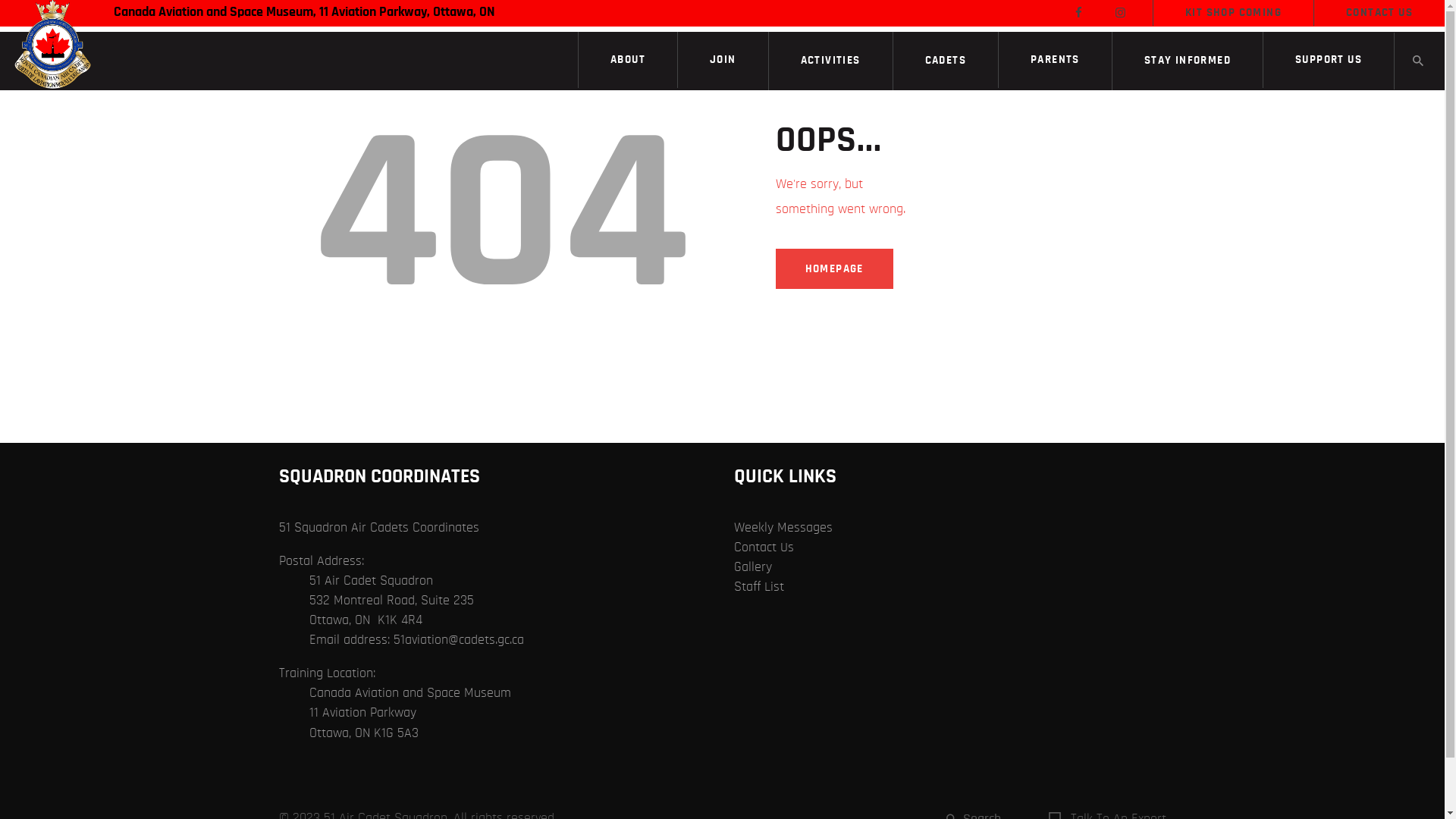  I want to click on 'Gallery', so click(753, 567).